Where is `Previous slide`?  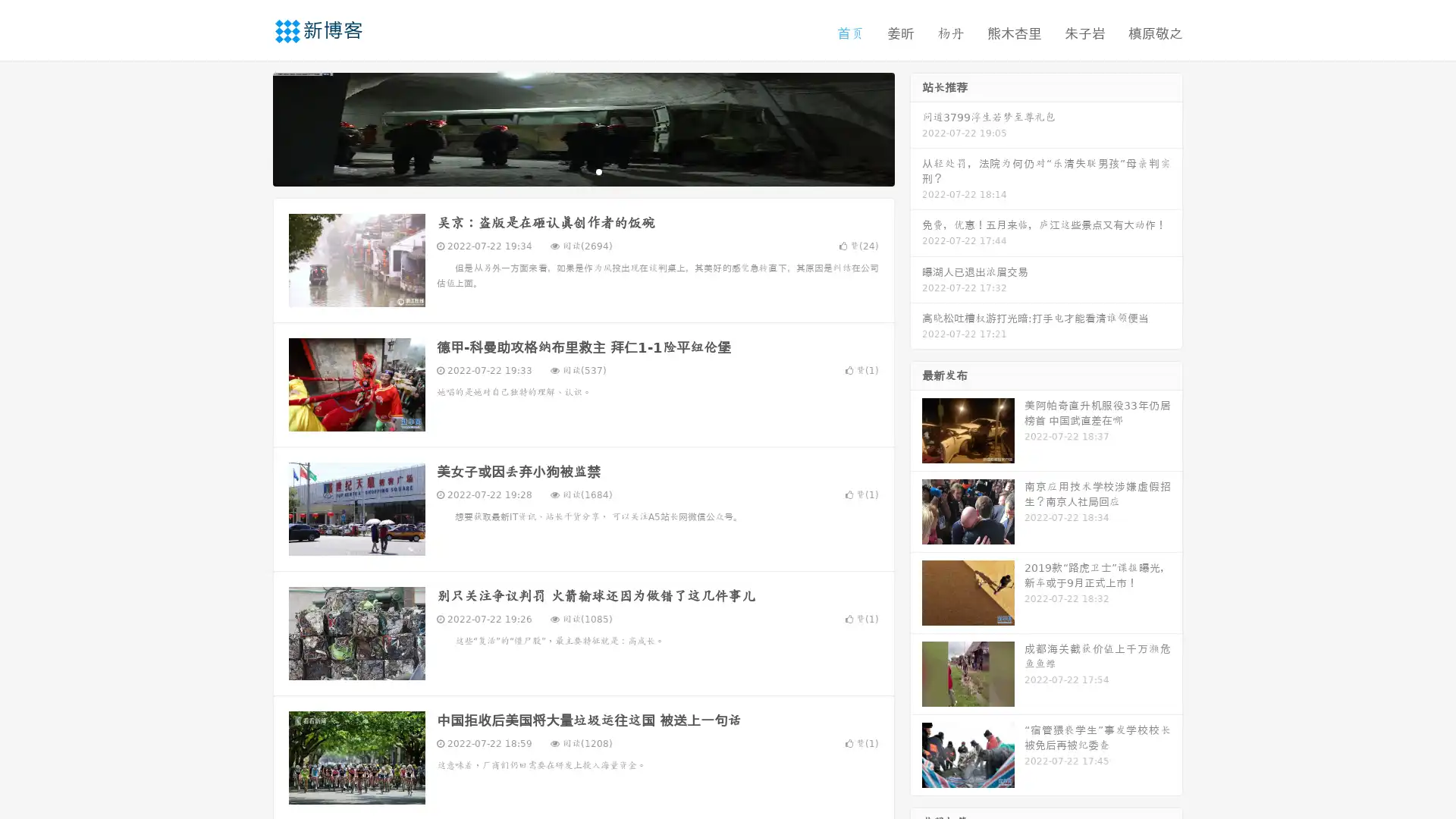 Previous slide is located at coordinates (250, 127).